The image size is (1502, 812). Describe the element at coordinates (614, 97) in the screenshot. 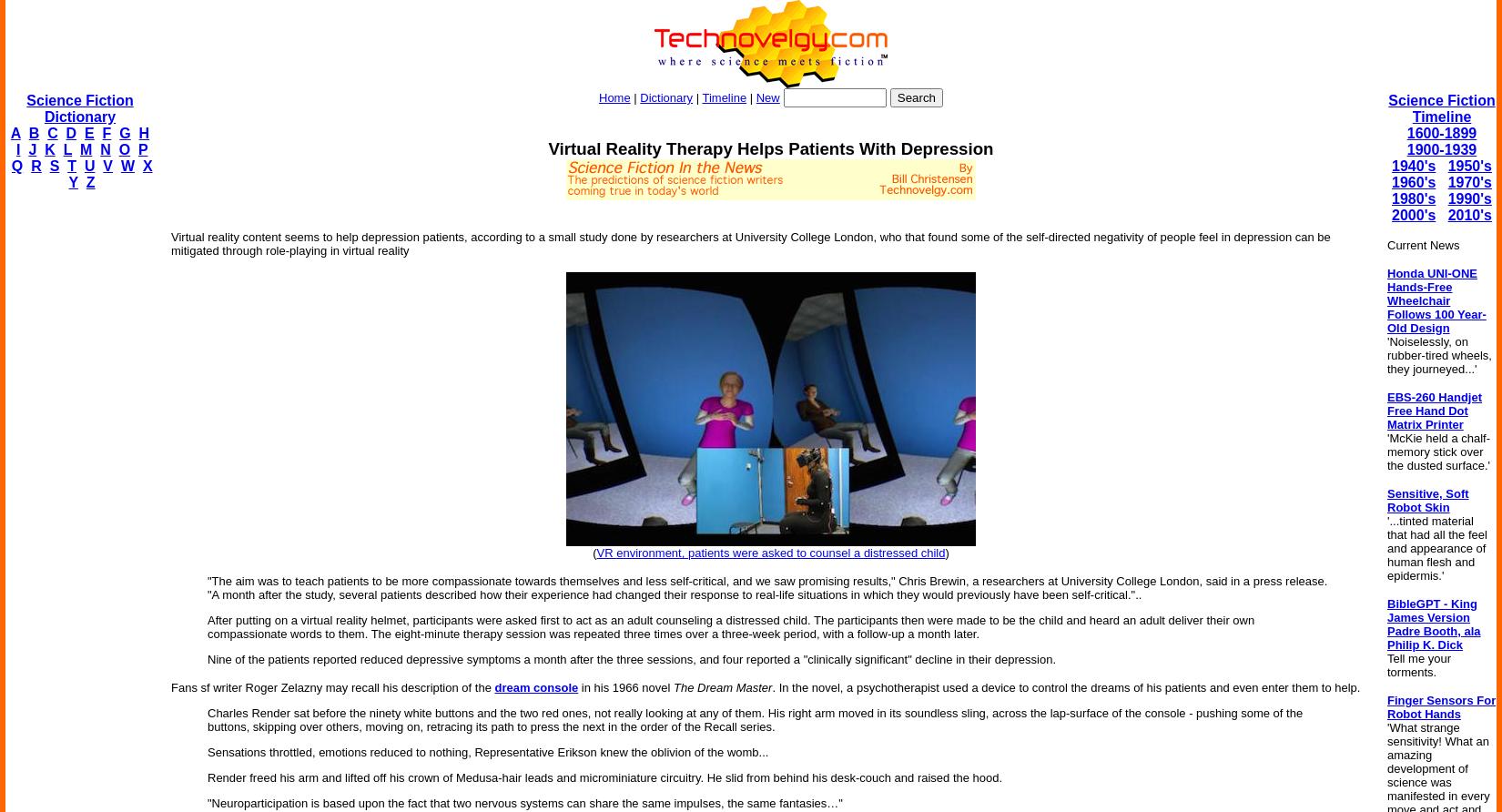

I see `'Home'` at that location.